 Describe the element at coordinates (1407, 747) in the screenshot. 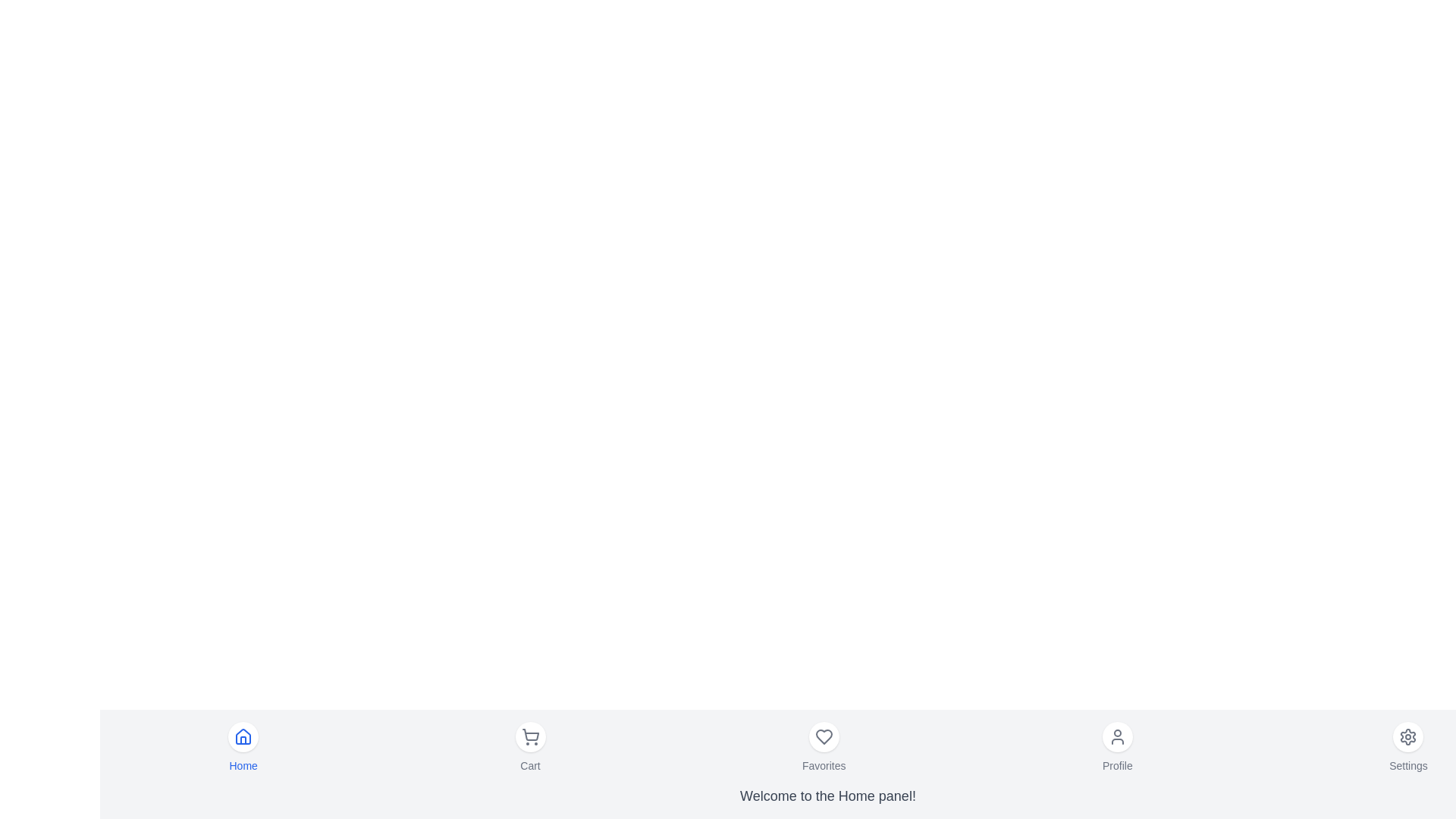

I see `the menu item labeled Settings to observe the hover effect` at that location.